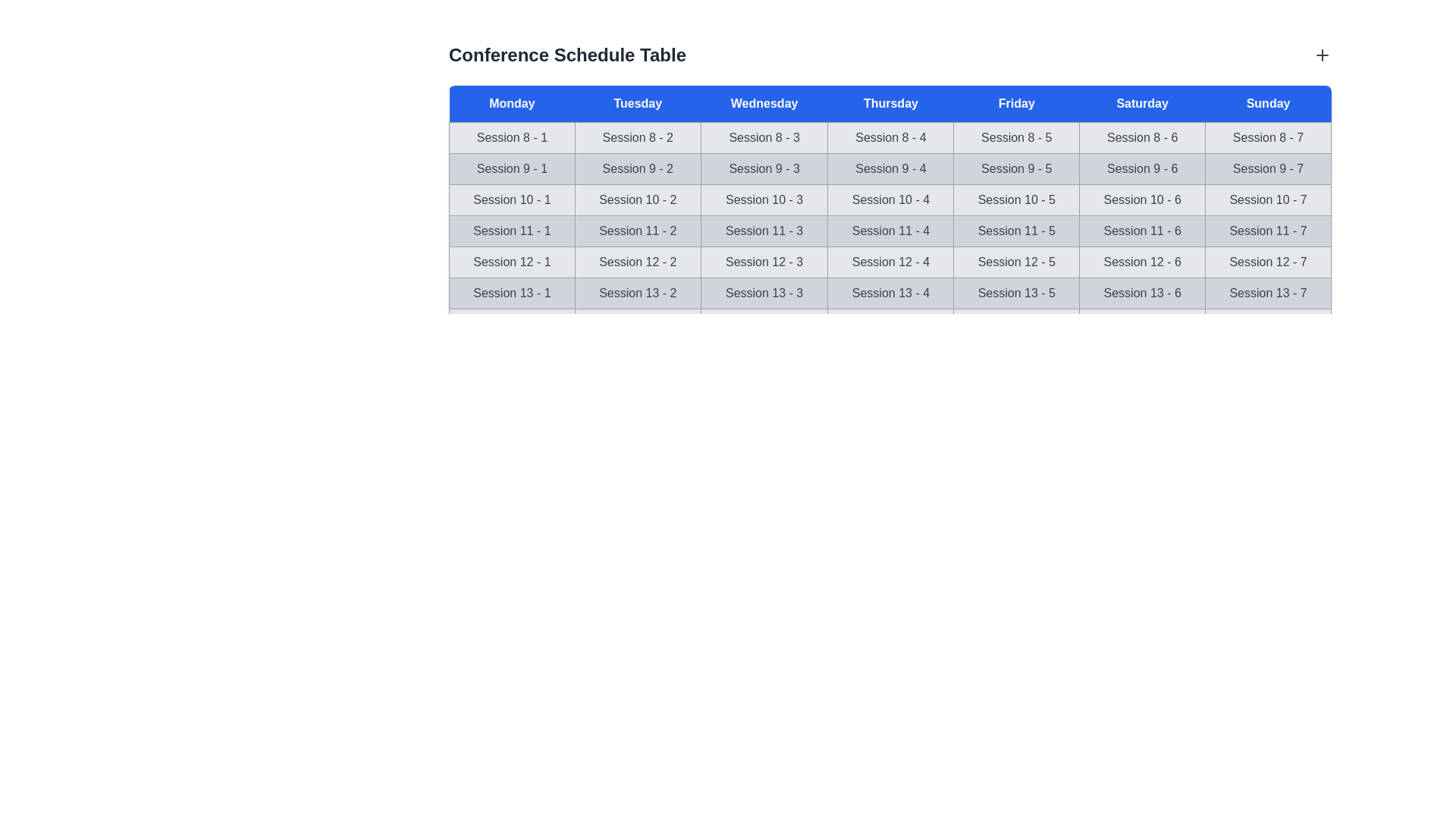 This screenshot has width=1456, height=819. What do you see at coordinates (764, 103) in the screenshot?
I see `the header for Wednesday to sort or view details` at bounding box center [764, 103].